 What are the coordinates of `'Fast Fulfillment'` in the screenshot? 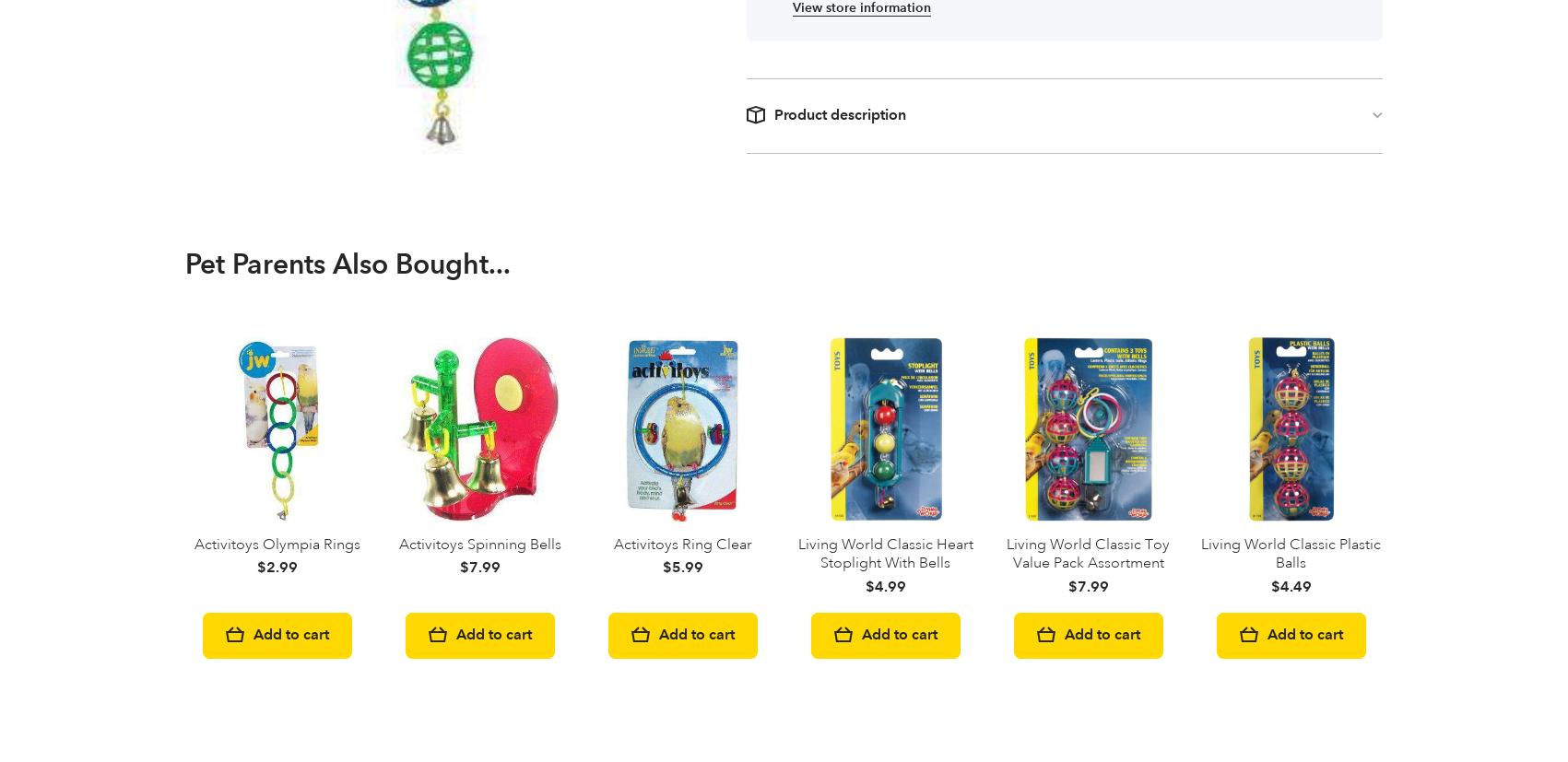 It's located at (247, 528).